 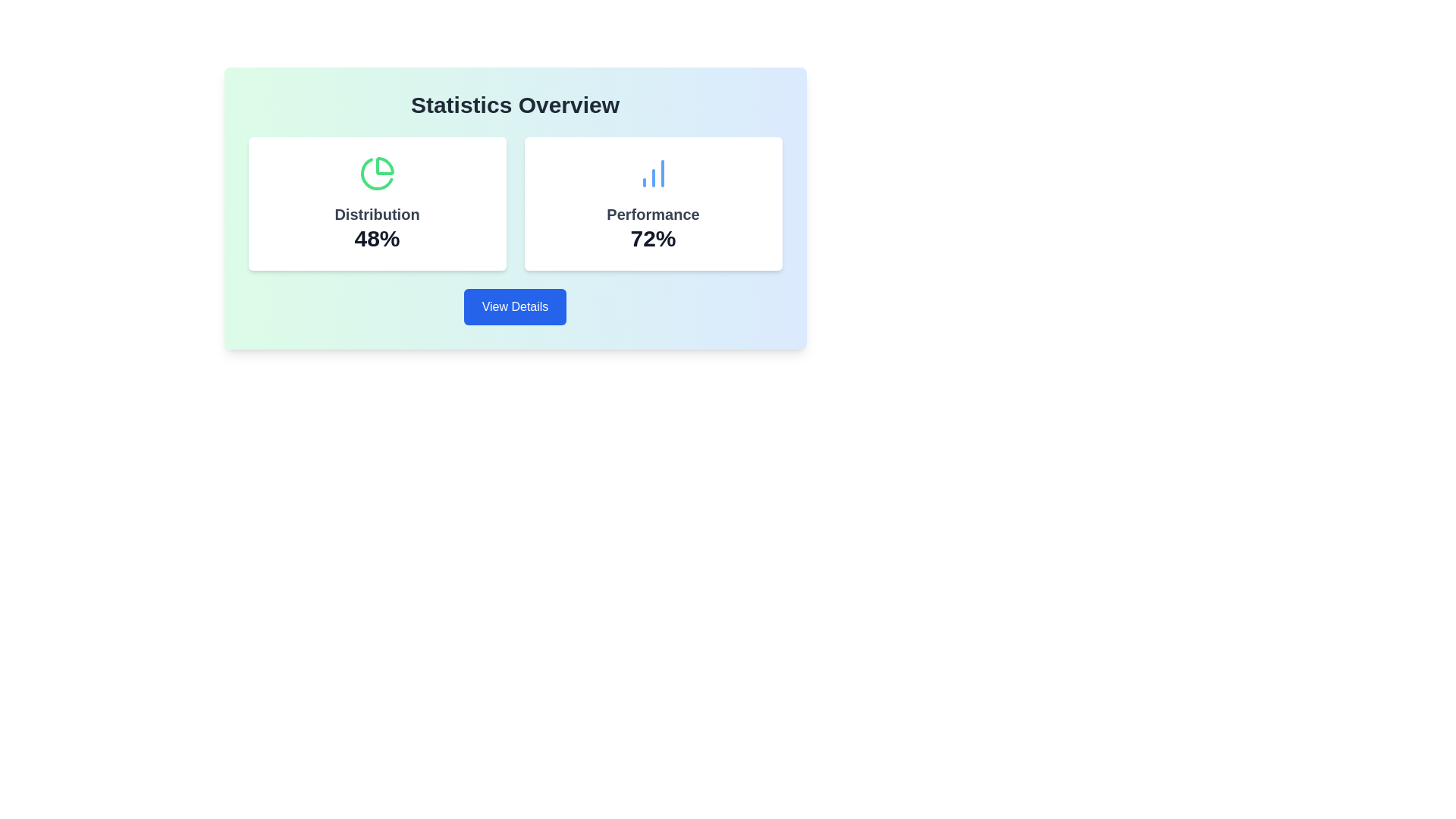 What do you see at coordinates (377, 172) in the screenshot?
I see `the icon representing data distribution located at the top center of the left card titled 'Distribution' with the subtitle '48%'` at bounding box center [377, 172].